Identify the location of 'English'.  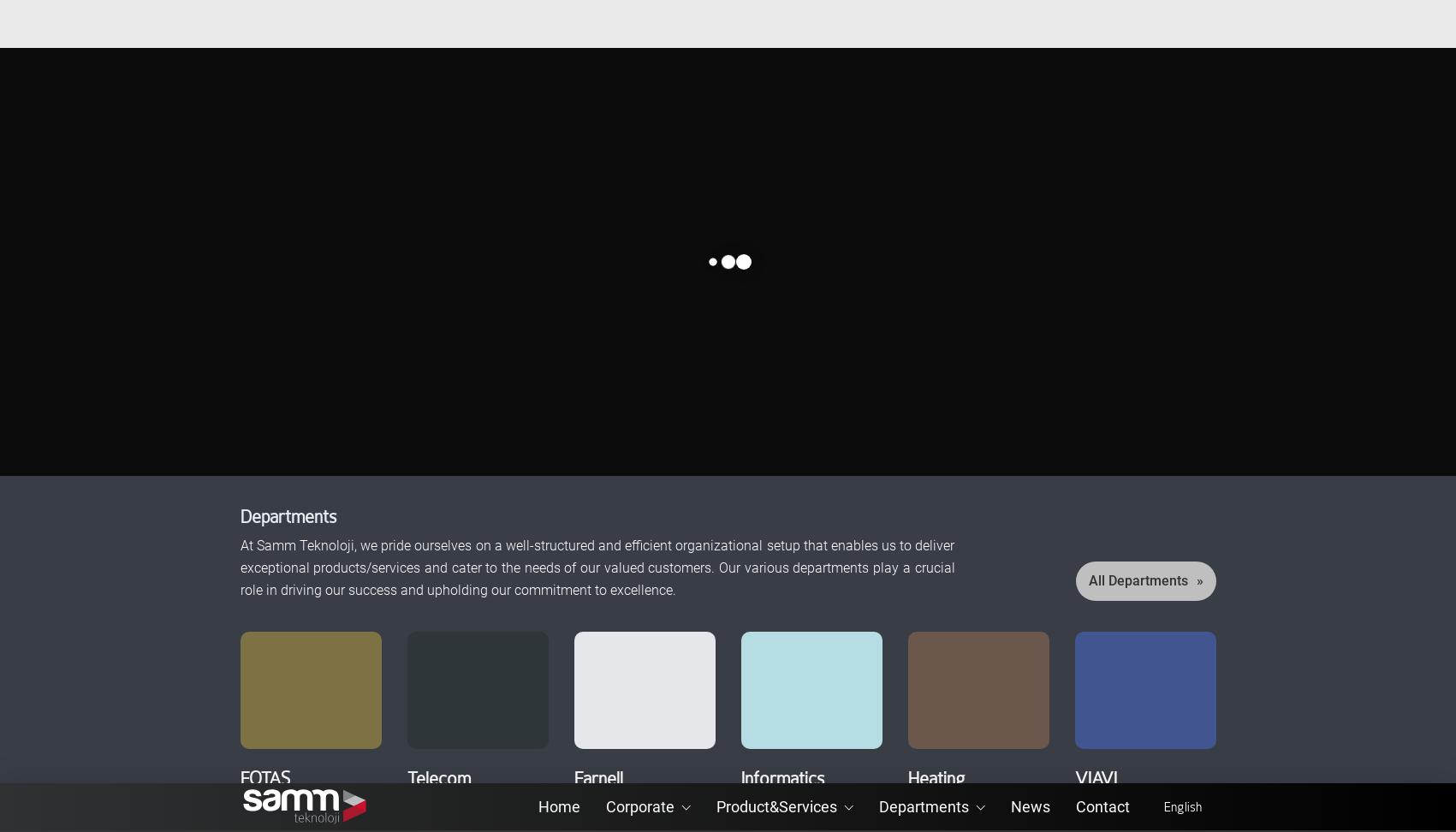
(1162, 22).